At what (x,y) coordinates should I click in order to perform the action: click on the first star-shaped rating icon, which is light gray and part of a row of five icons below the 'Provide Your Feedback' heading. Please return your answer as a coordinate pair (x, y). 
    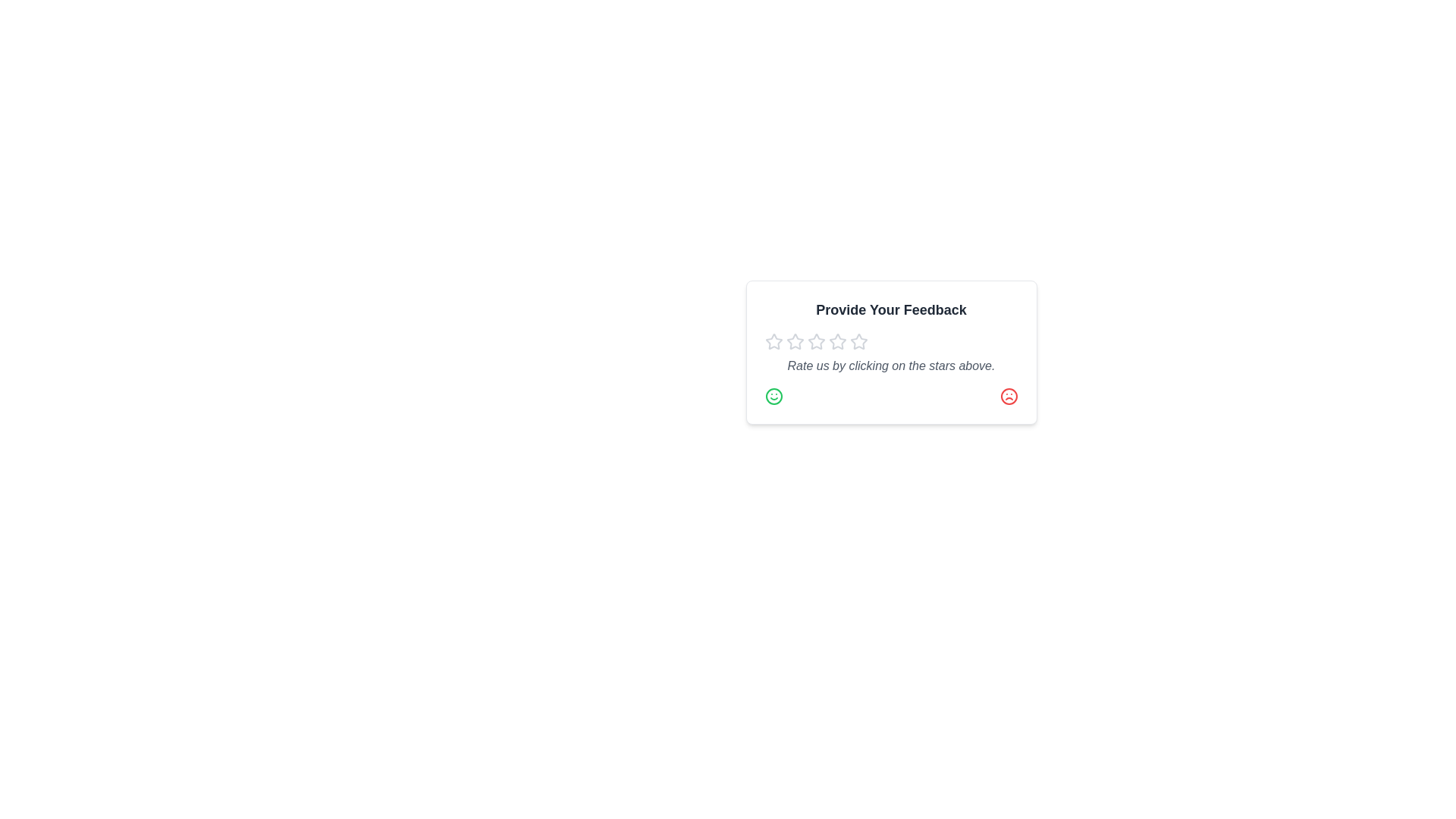
    Looking at the image, I should click on (794, 341).